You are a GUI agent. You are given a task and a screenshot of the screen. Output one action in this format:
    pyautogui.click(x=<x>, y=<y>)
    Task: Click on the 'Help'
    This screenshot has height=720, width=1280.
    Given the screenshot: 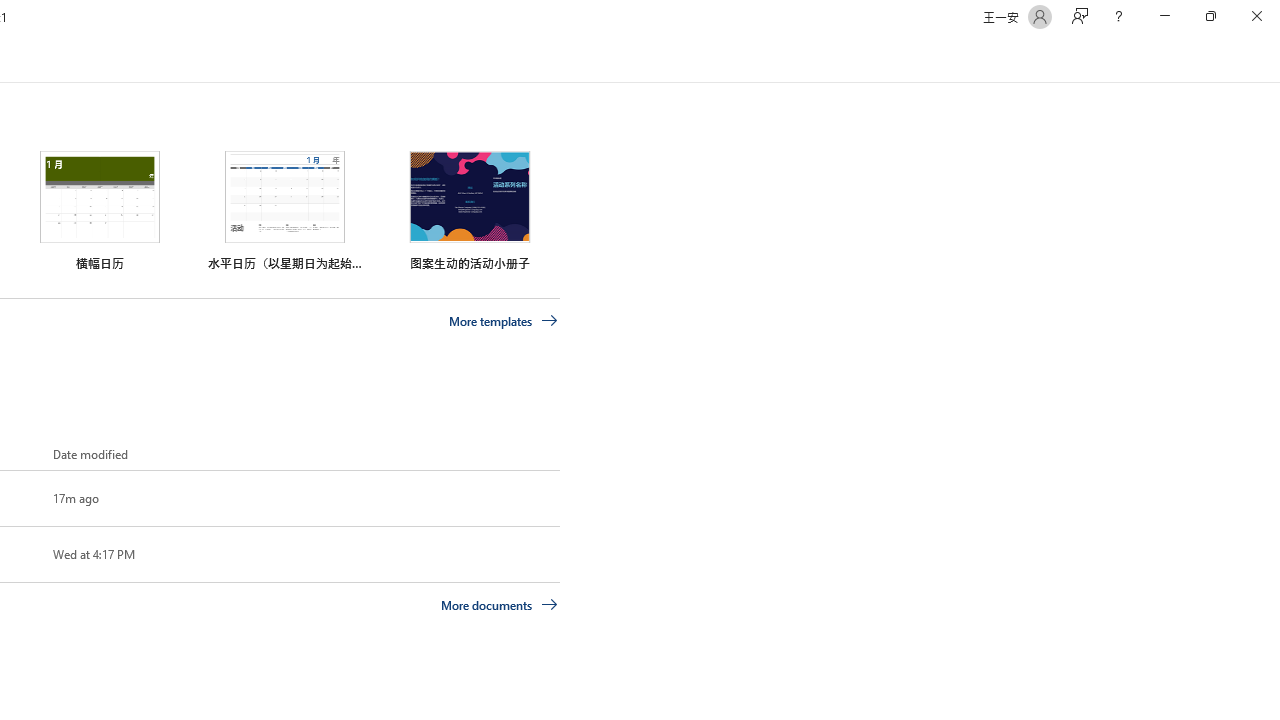 What is the action you would take?
    pyautogui.click(x=1117, y=16)
    